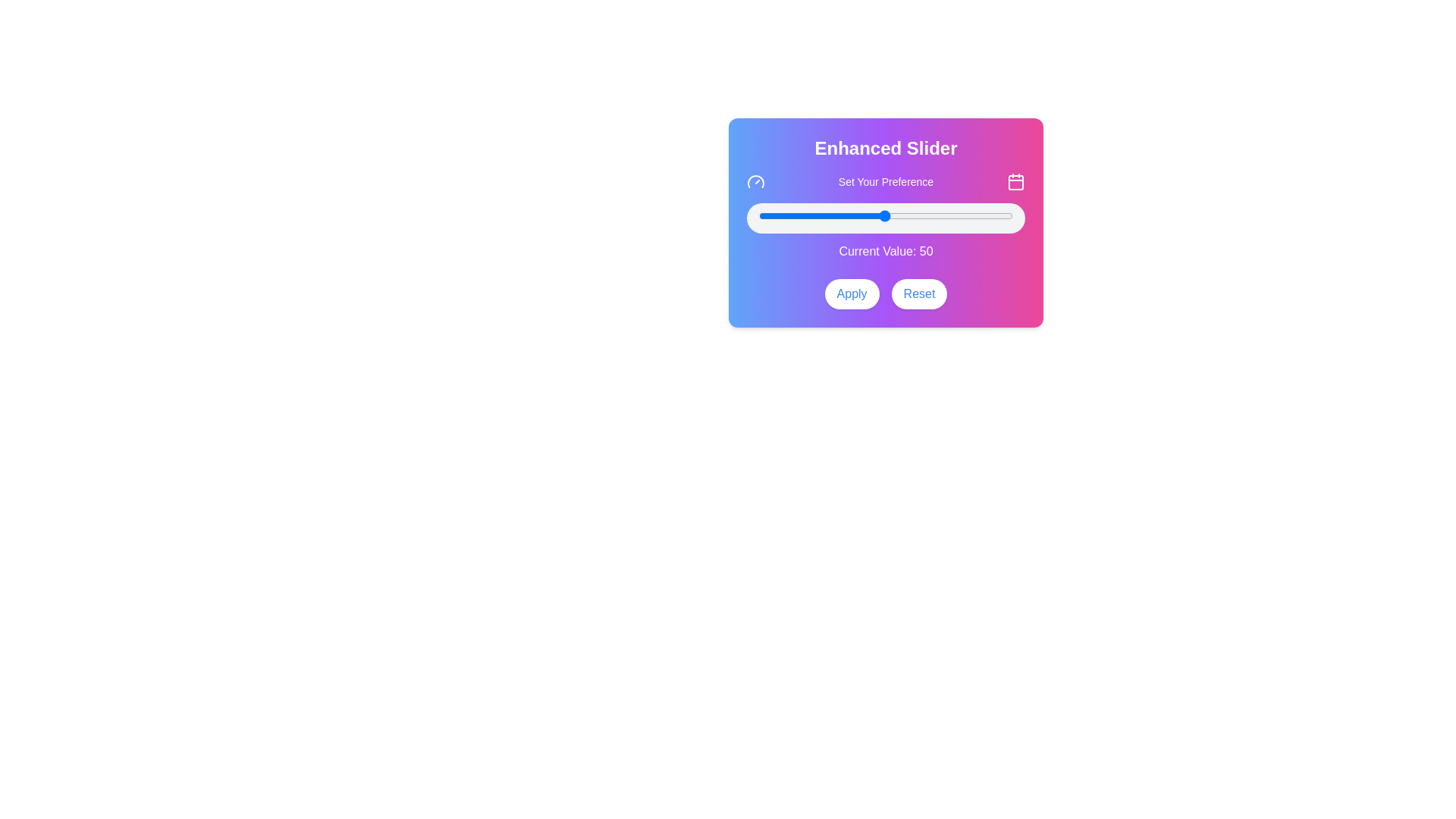 Image resolution: width=1456 pixels, height=819 pixels. What do you see at coordinates (990, 216) in the screenshot?
I see `the slider value` at bounding box center [990, 216].